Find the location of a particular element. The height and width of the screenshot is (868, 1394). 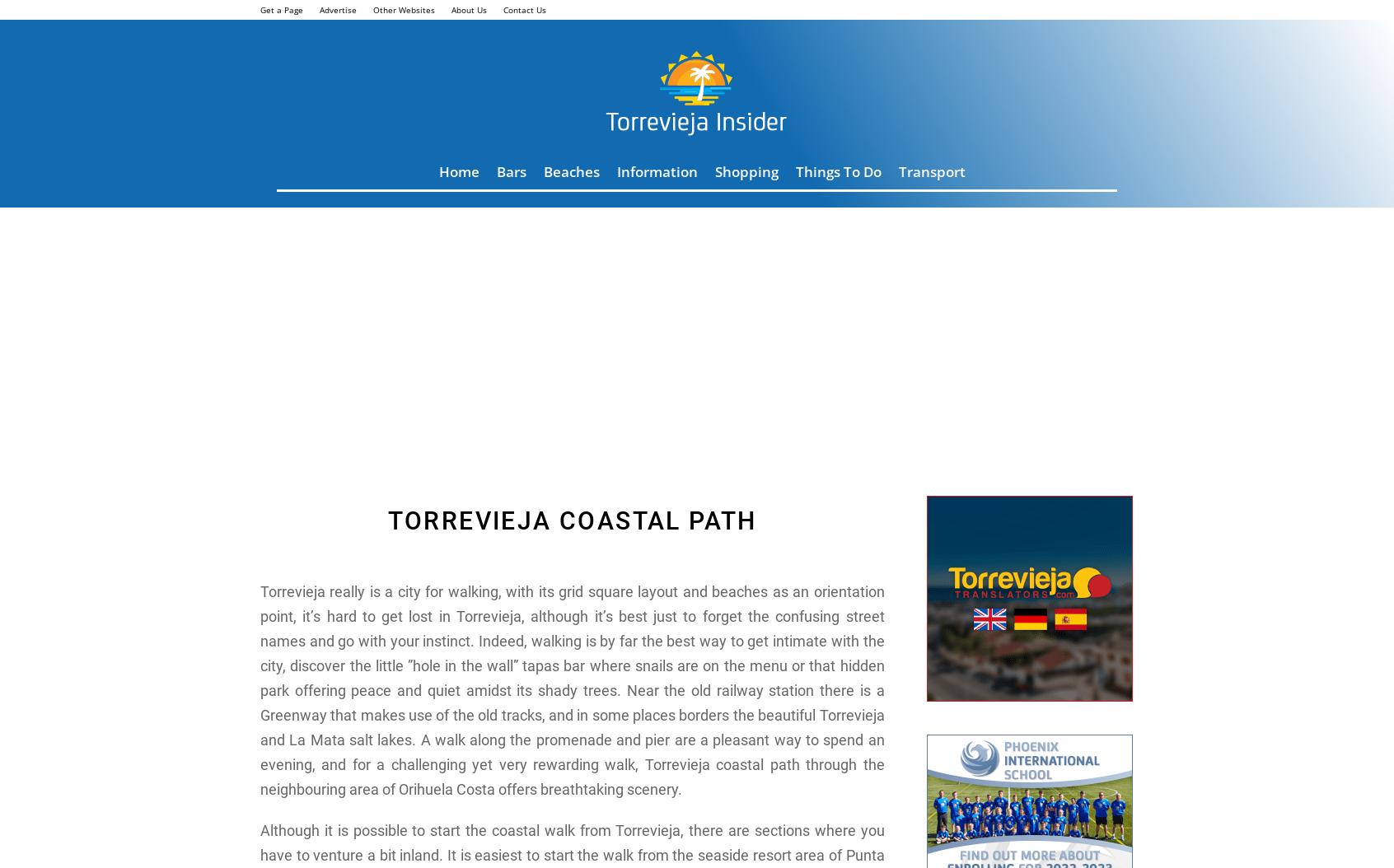

'Beaches' is located at coordinates (572, 170).